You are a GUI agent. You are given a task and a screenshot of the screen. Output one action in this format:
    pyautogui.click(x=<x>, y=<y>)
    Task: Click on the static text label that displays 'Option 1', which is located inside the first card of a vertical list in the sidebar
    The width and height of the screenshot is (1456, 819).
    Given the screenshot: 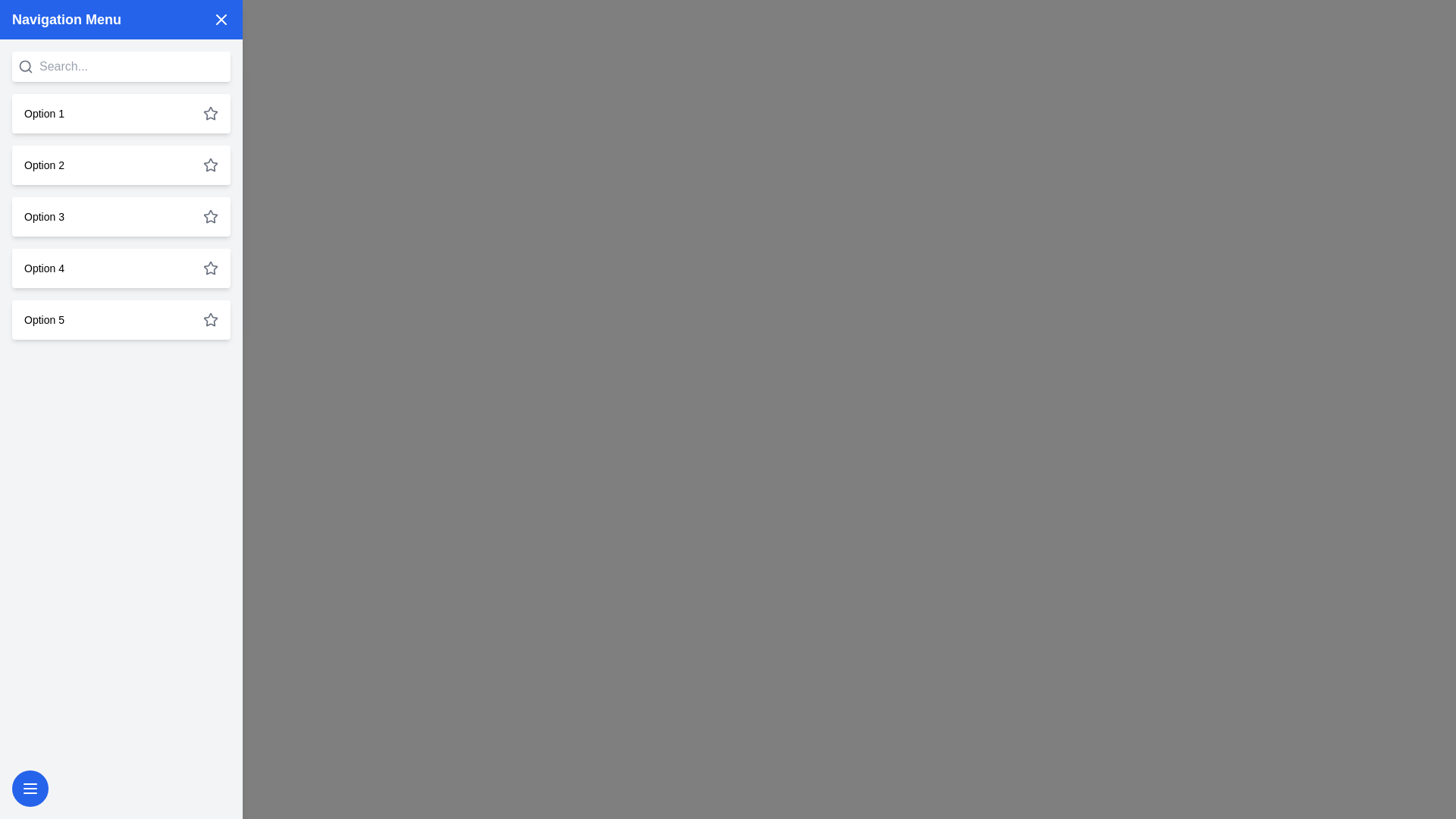 What is the action you would take?
    pyautogui.click(x=44, y=113)
    